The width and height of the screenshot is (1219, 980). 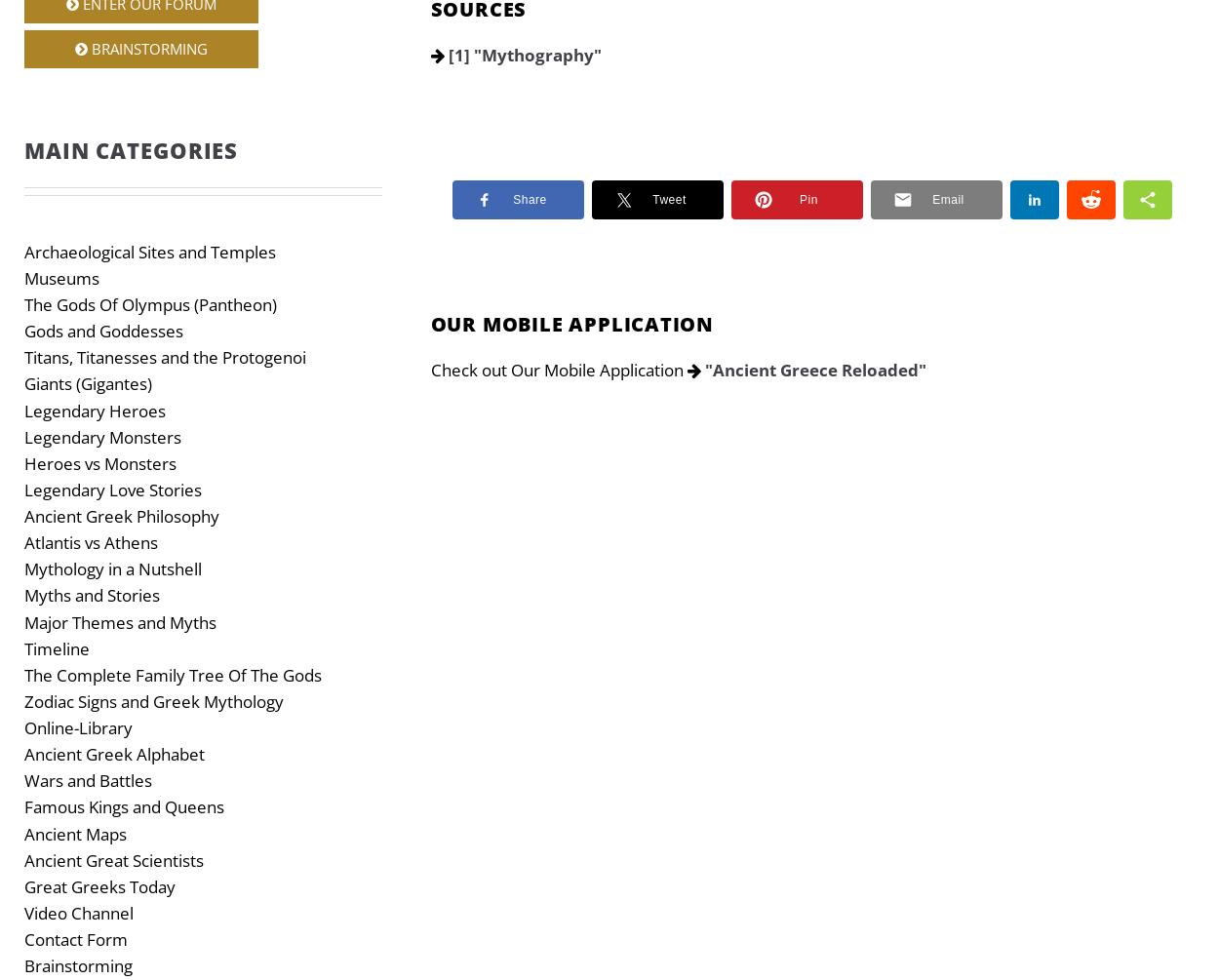 I want to click on 'Contact Form', so click(x=75, y=938).